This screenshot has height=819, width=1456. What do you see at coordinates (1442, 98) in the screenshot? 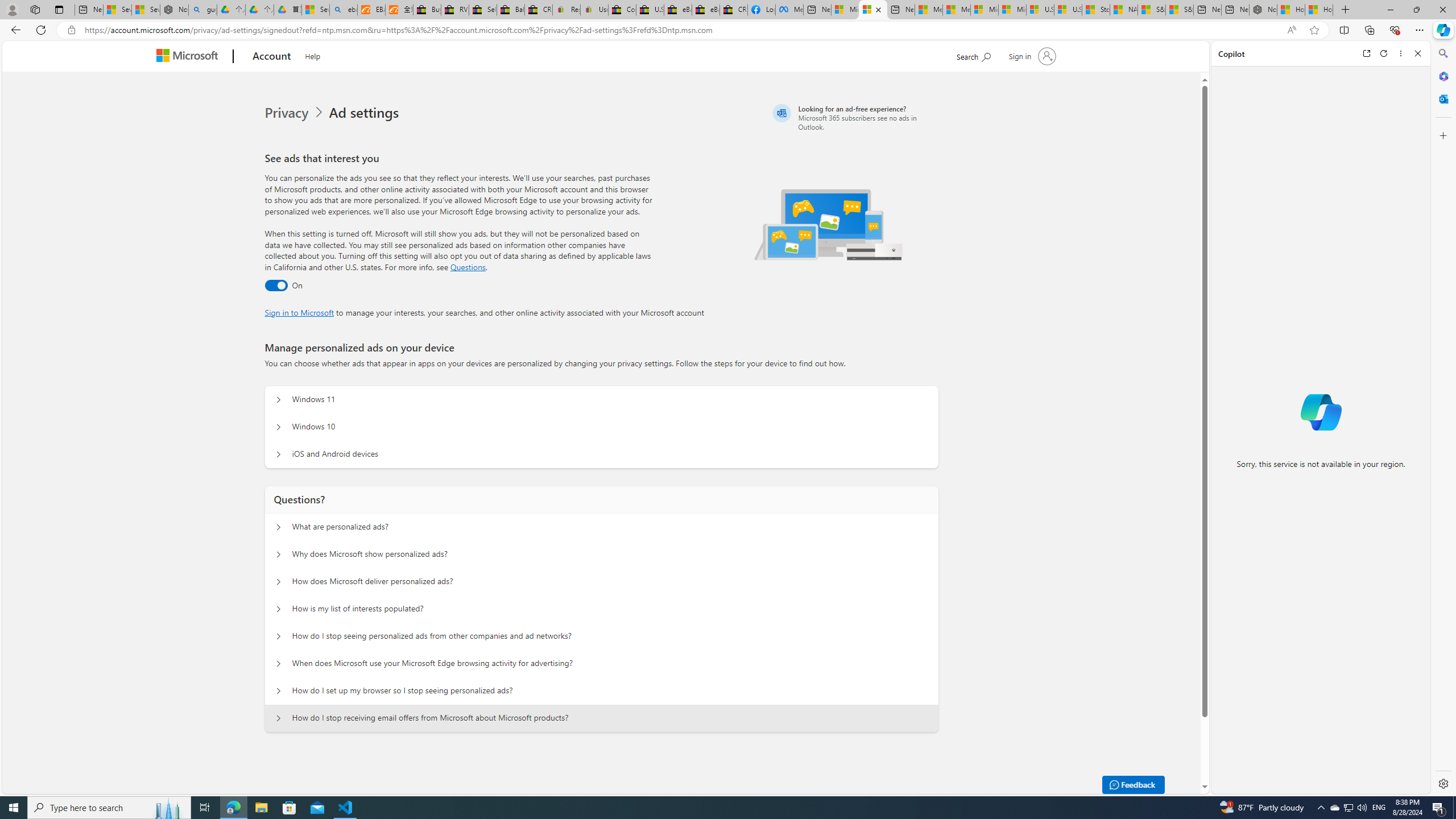
I see `'Outlook'` at bounding box center [1442, 98].